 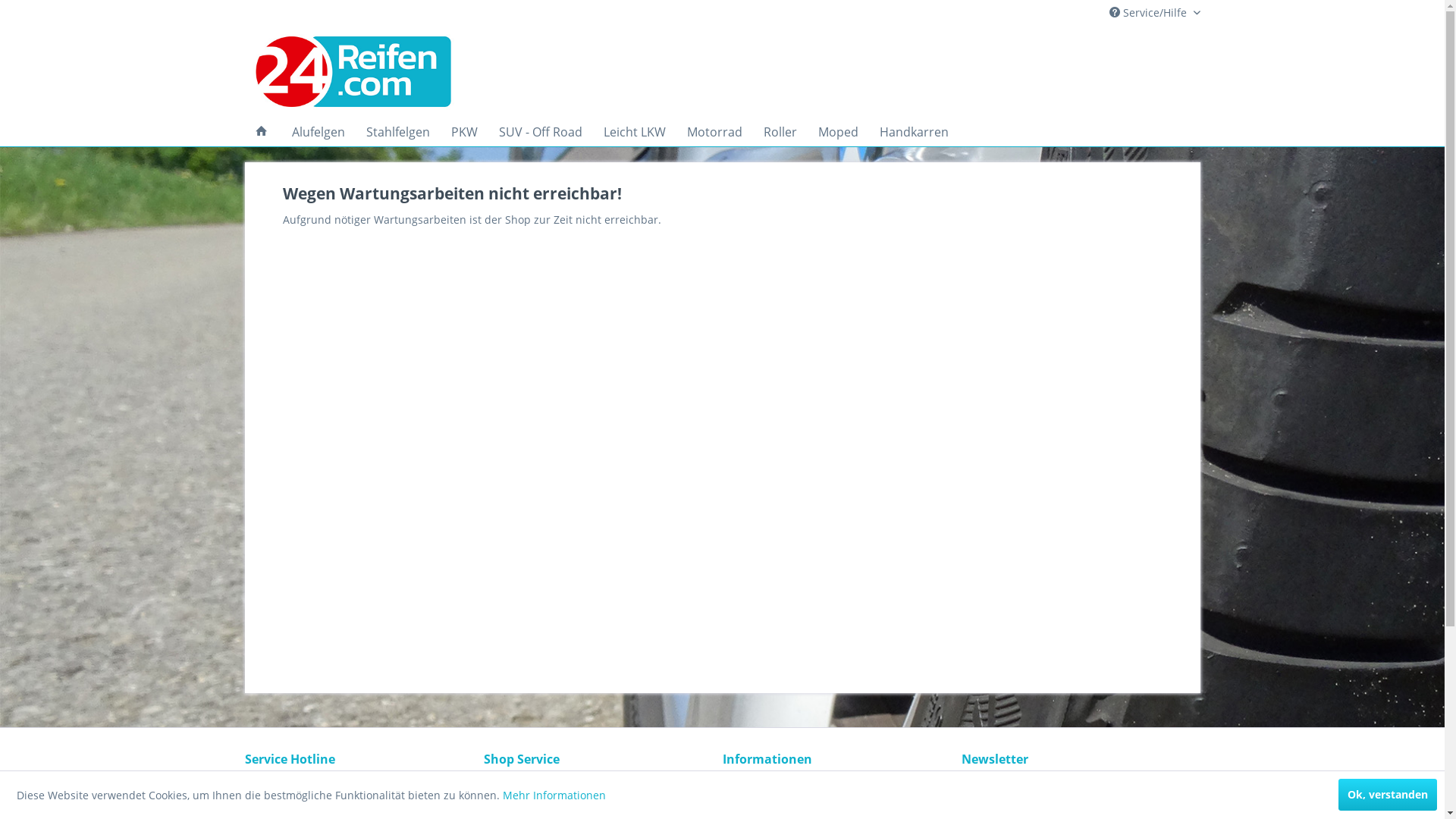 I want to click on 'Stahlfelgen', so click(x=397, y=130).